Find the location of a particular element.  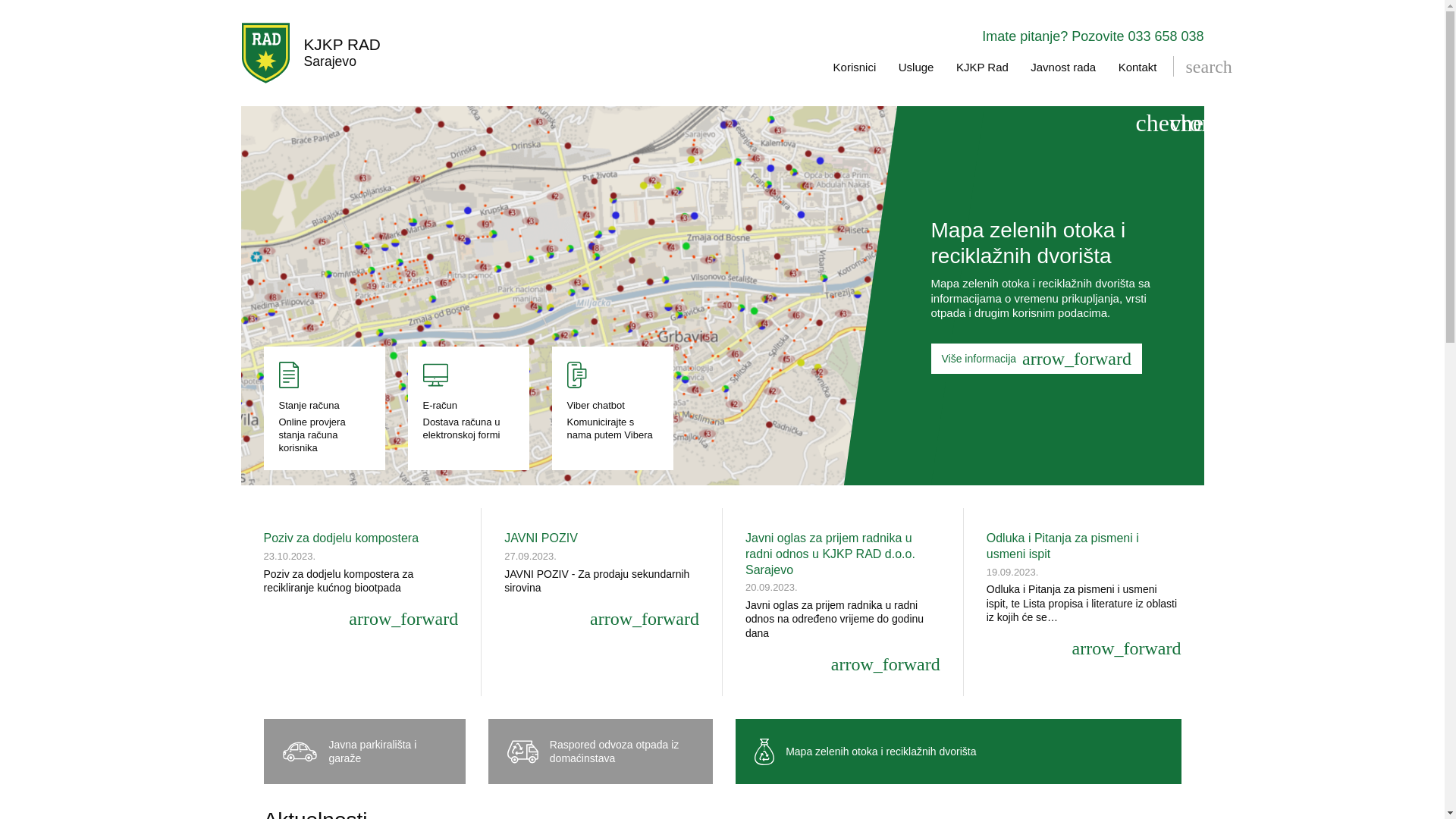

'KJKP RAD is located at coordinates (309, 52).